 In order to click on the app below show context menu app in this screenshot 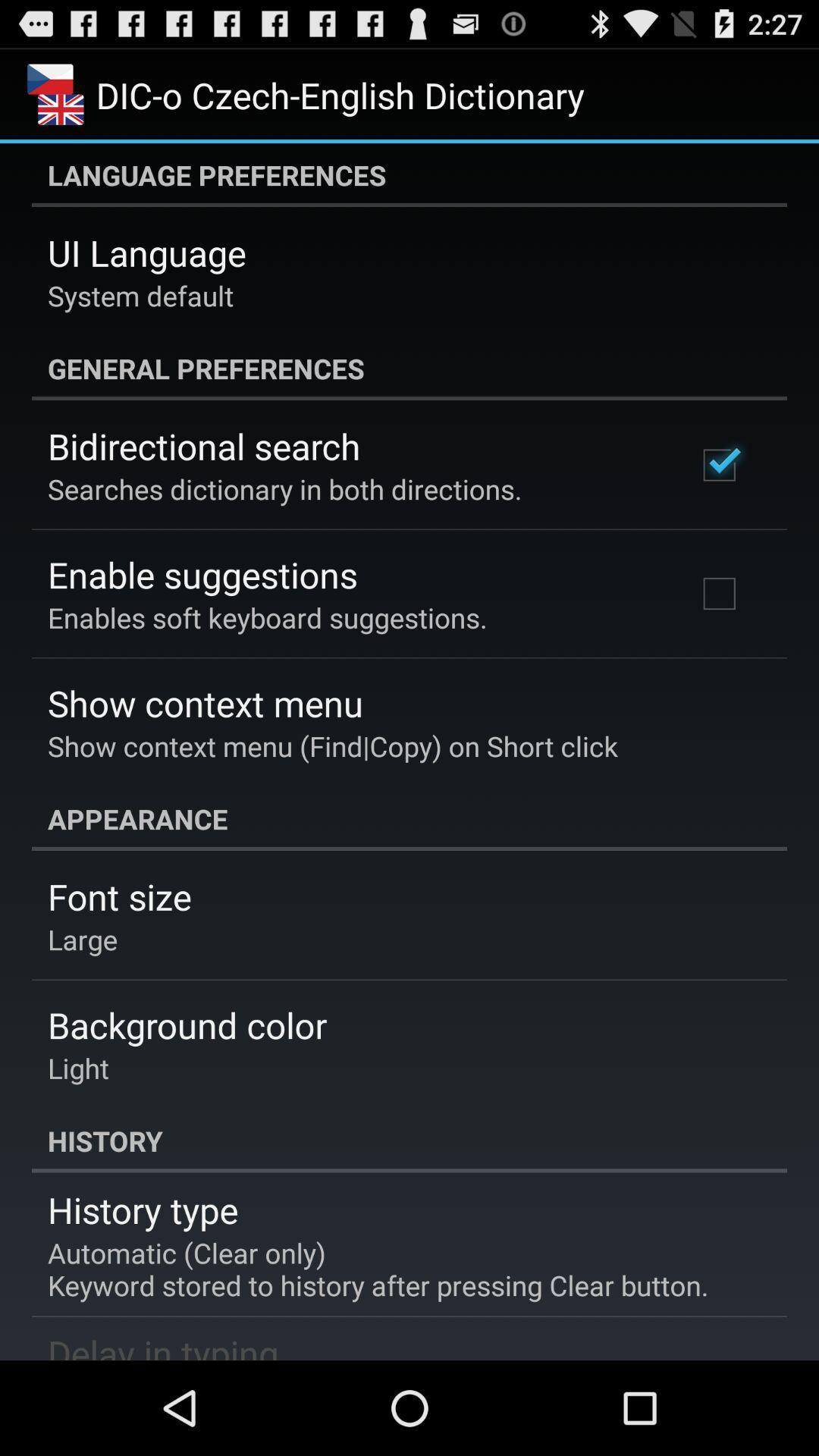, I will do `click(409, 818)`.